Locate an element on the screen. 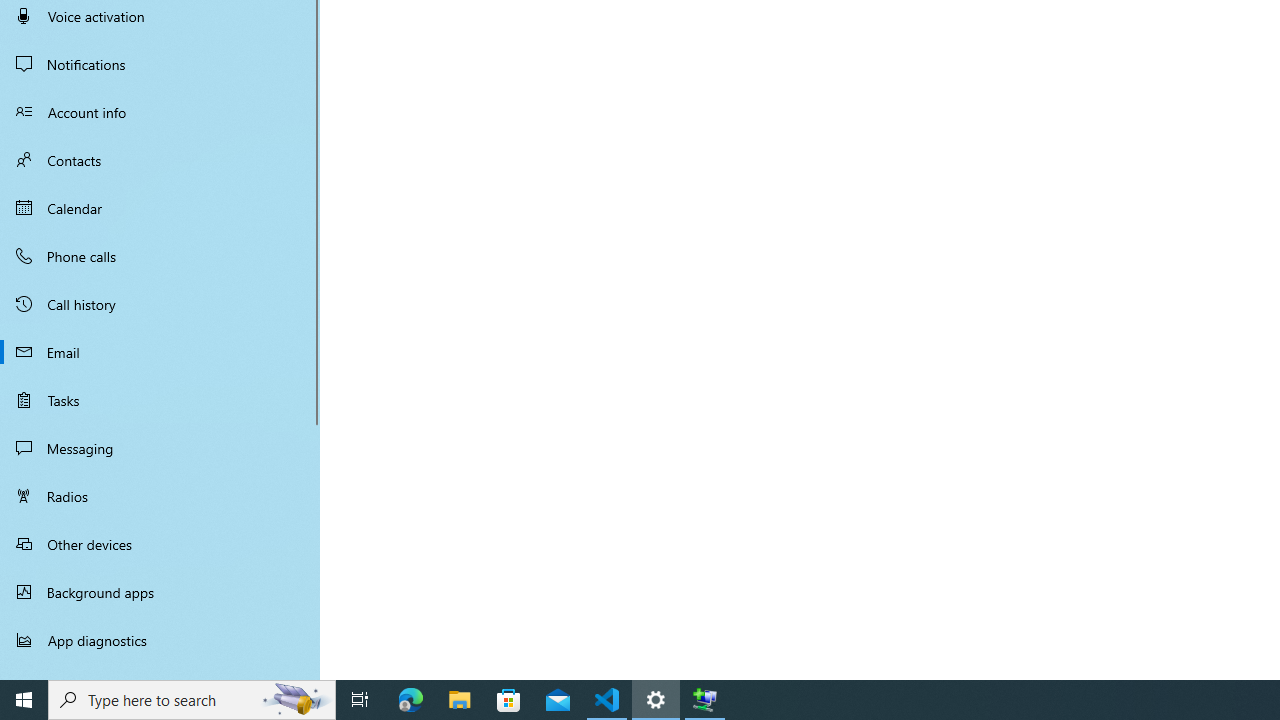 Image resolution: width=1280 pixels, height=720 pixels. 'Type here to search' is located at coordinates (192, 698).